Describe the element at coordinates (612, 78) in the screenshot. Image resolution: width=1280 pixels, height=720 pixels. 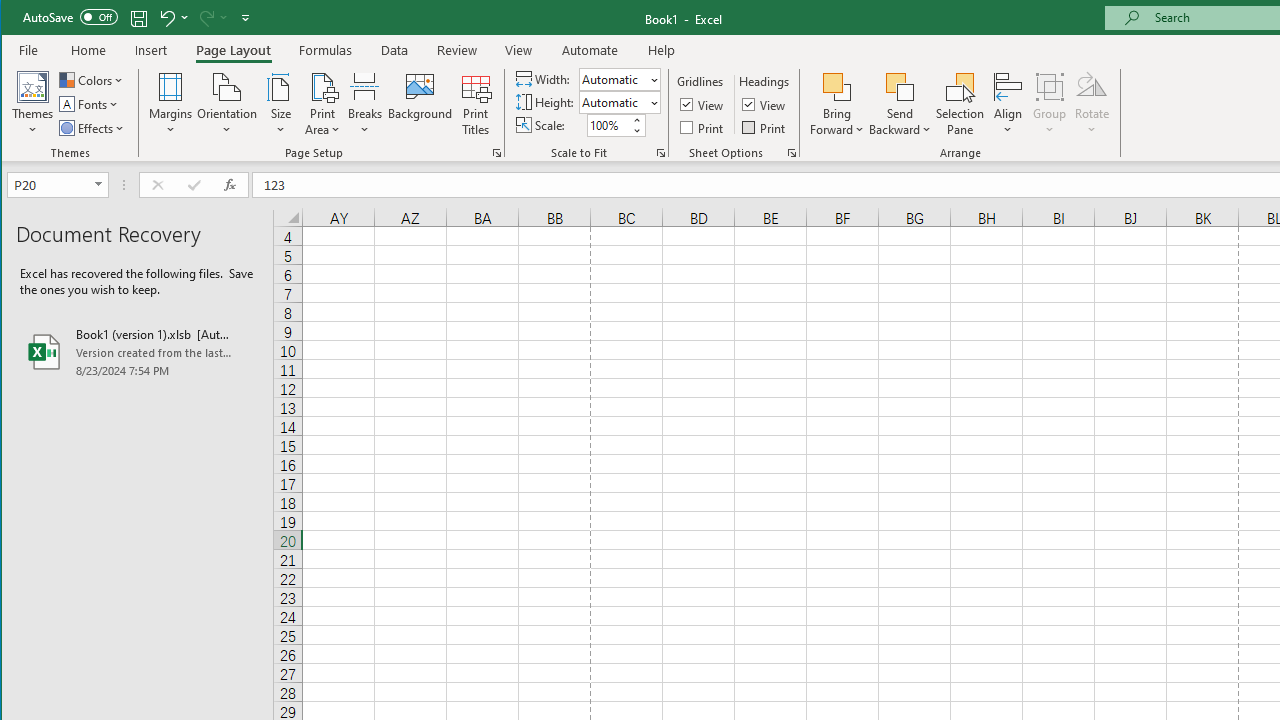
I see `'Width'` at that location.